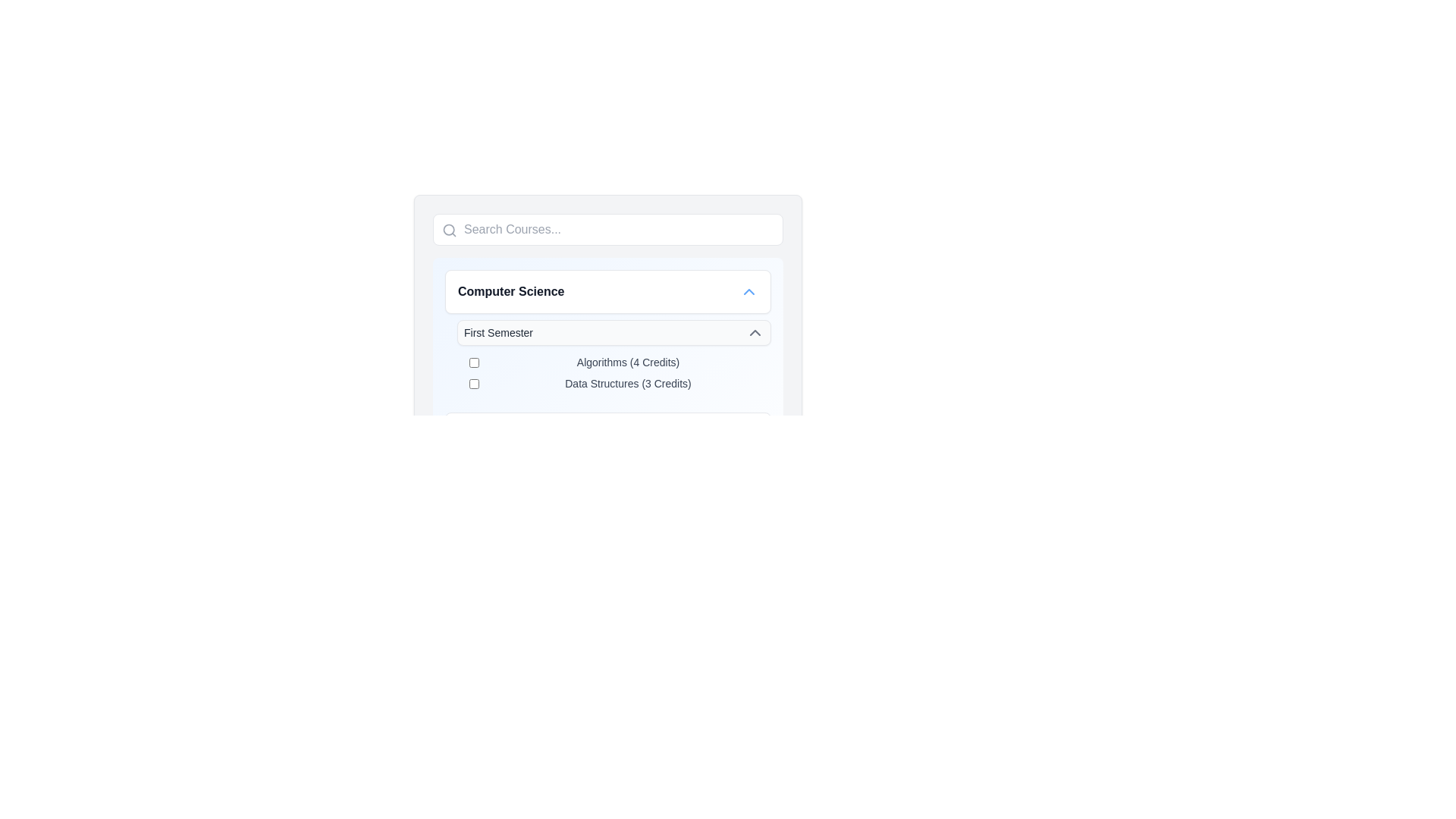 The image size is (1456, 819). What do you see at coordinates (473, 382) in the screenshot?
I see `the small square checkbox located to the left of the text 'Data Structures (3 Credits)' in the 'First Semester' section` at bounding box center [473, 382].